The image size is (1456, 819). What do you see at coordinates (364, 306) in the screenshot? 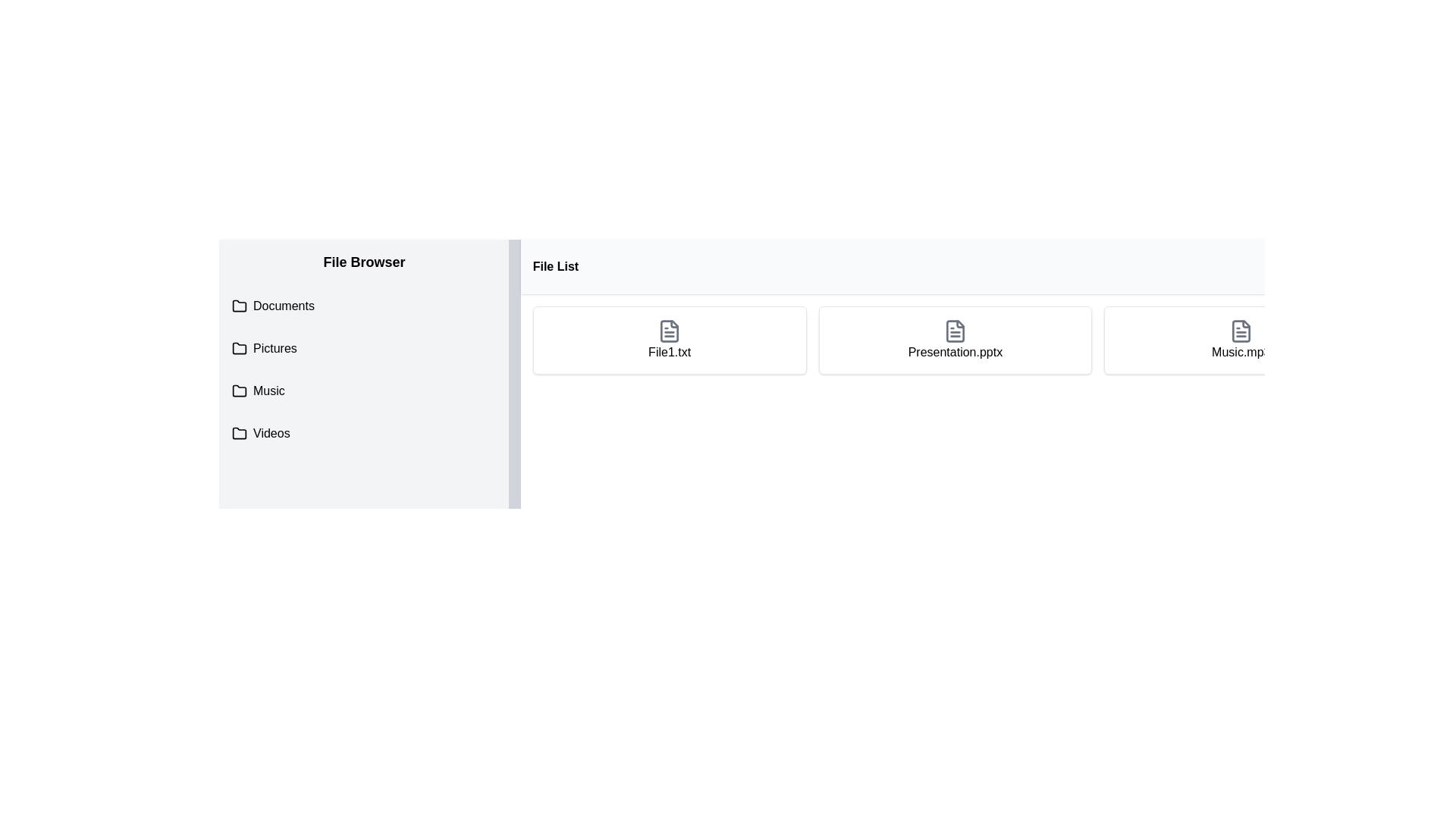
I see `the 'Documents' list item in the navigation menu` at bounding box center [364, 306].